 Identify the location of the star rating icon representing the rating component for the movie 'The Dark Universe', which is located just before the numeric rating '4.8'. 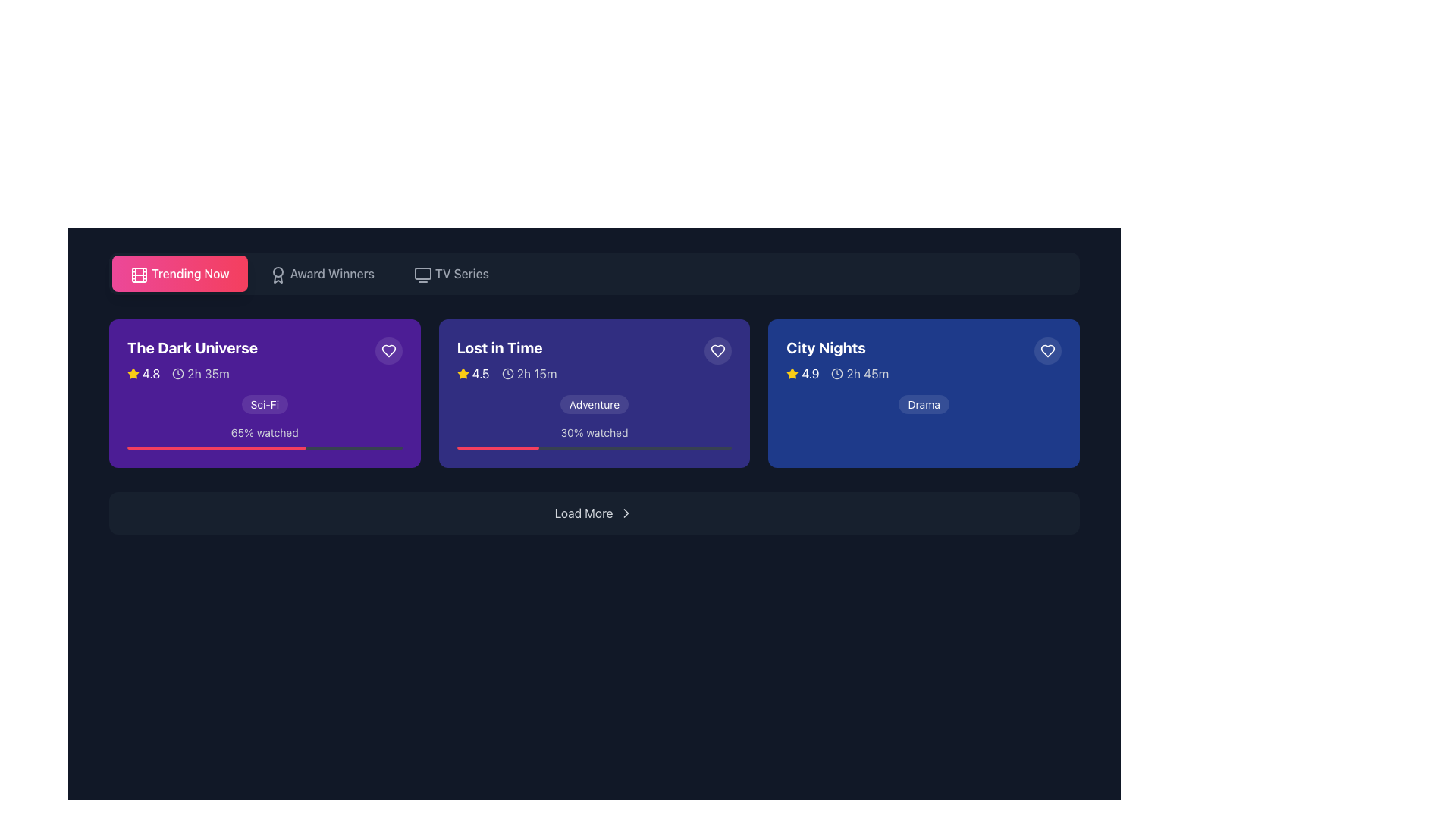
(133, 374).